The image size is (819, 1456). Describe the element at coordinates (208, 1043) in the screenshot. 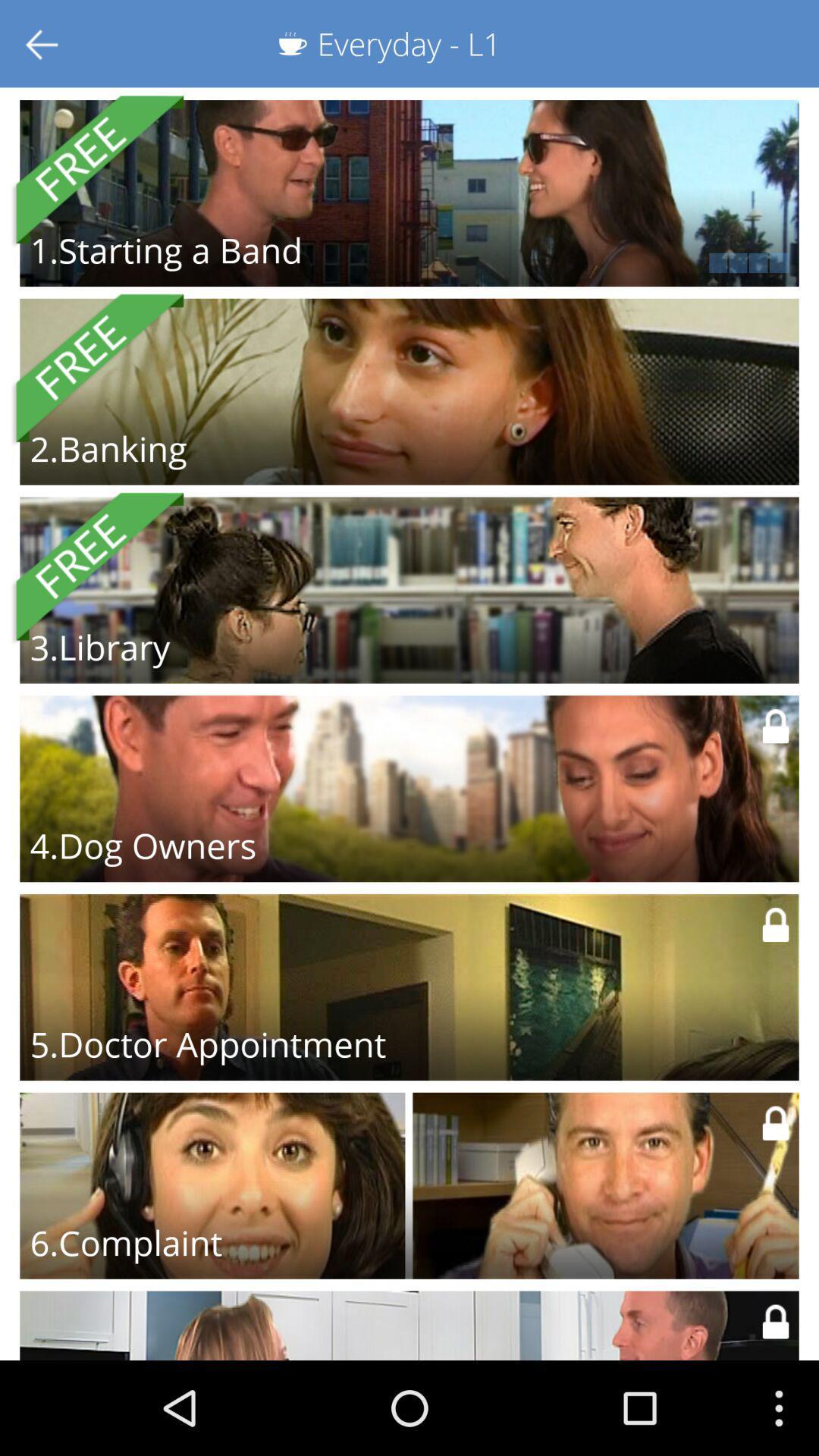

I see `the 5.doctor appointment` at that location.